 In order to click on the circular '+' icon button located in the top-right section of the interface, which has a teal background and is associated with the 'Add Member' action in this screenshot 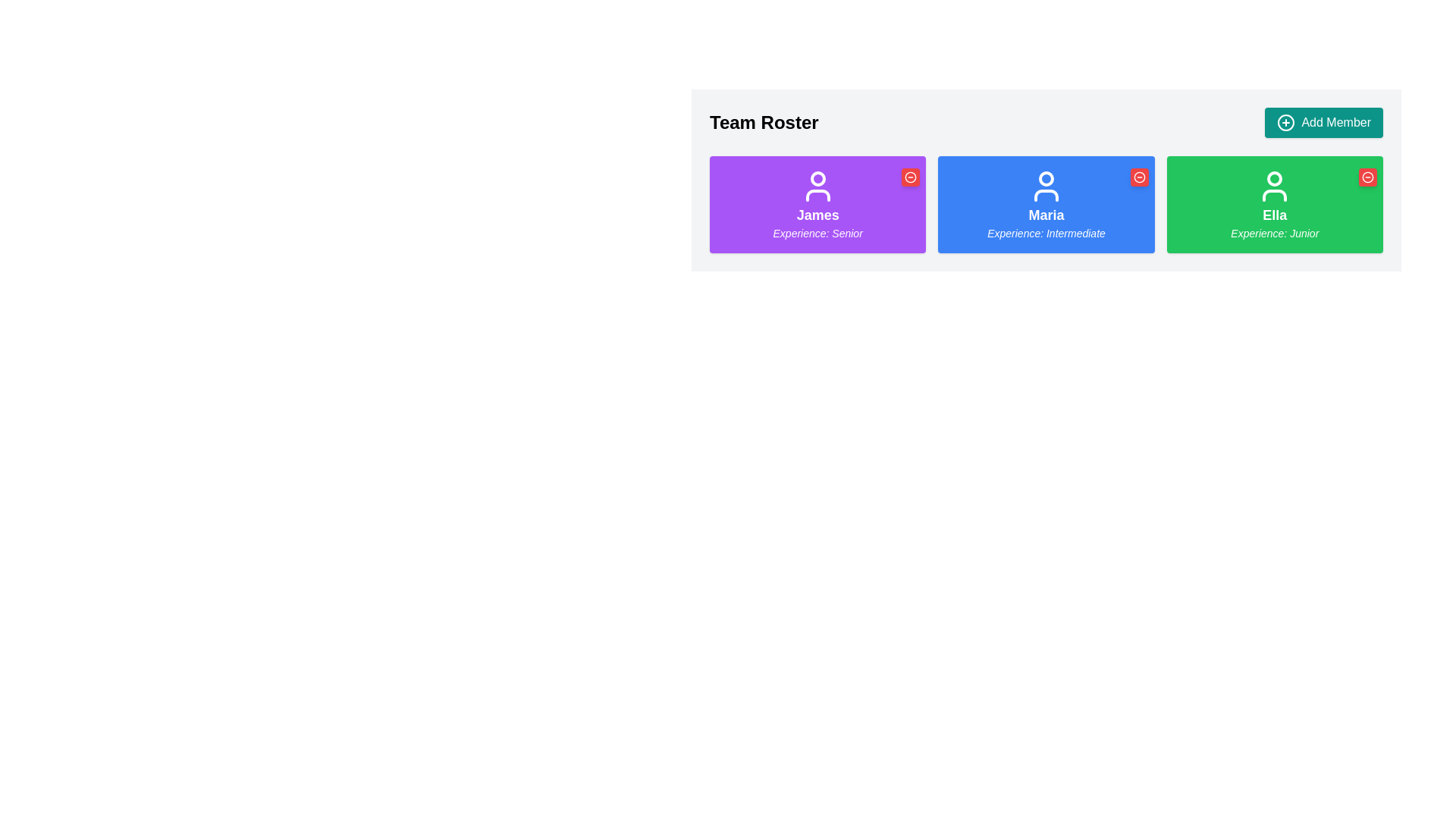, I will do `click(1285, 122)`.